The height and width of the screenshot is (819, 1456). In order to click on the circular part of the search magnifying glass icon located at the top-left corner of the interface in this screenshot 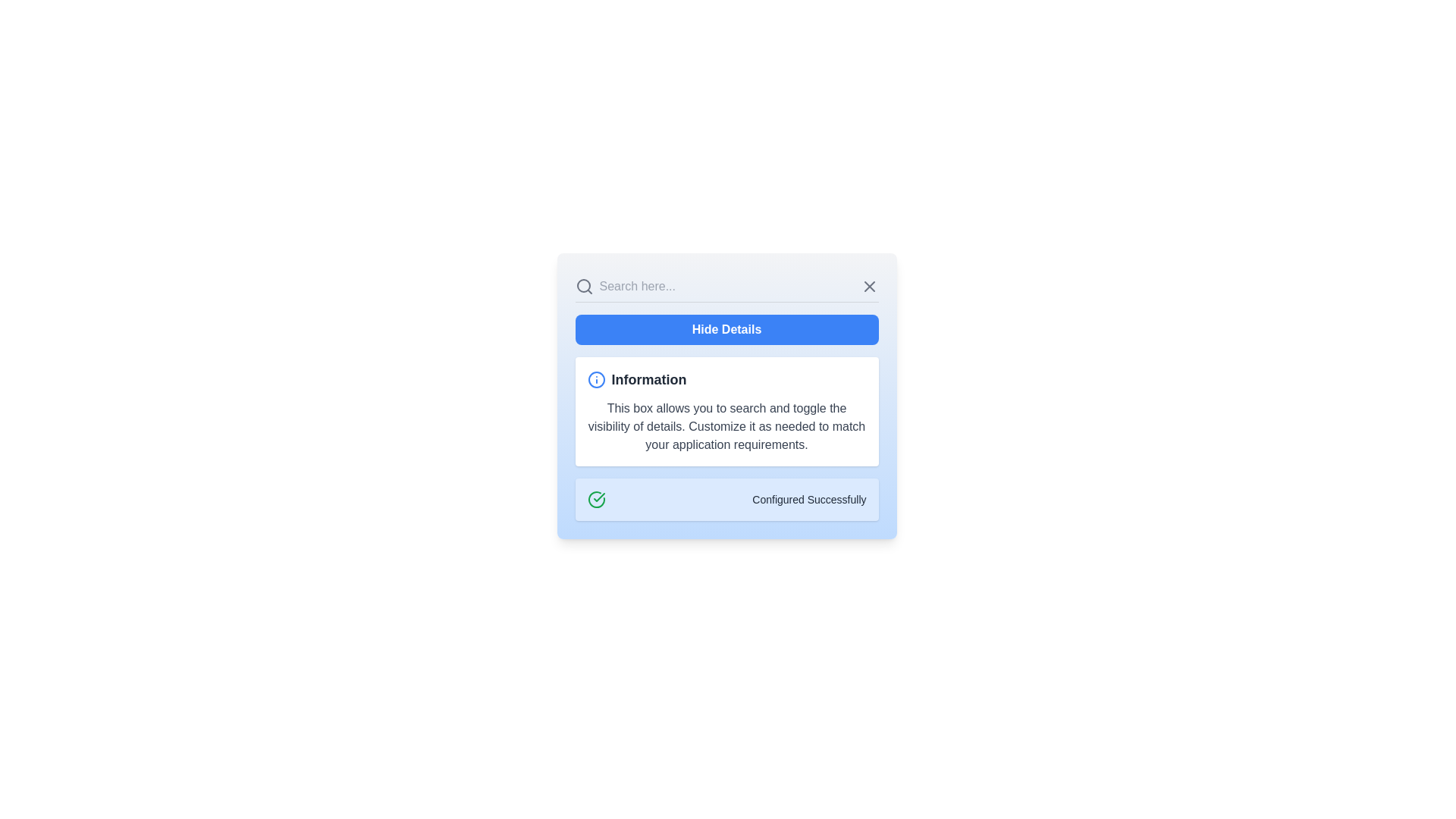, I will do `click(582, 286)`.